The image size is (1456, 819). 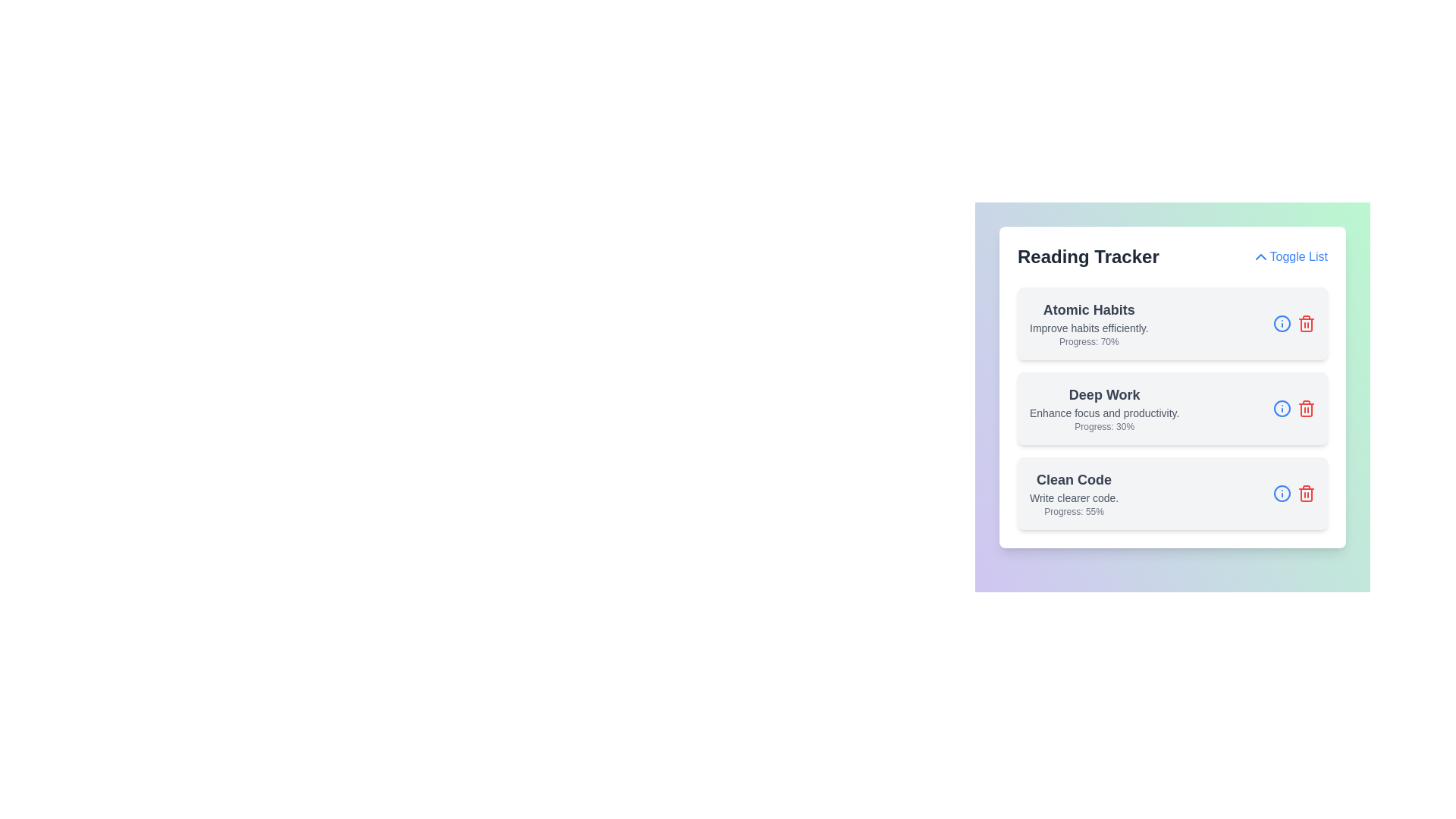 I want to click on the circular button in the action button group for the 'Atomic Habits' item located at the rightmost section of its card under the 'Reading Tracker' heading, so click(x=1294, y=323).